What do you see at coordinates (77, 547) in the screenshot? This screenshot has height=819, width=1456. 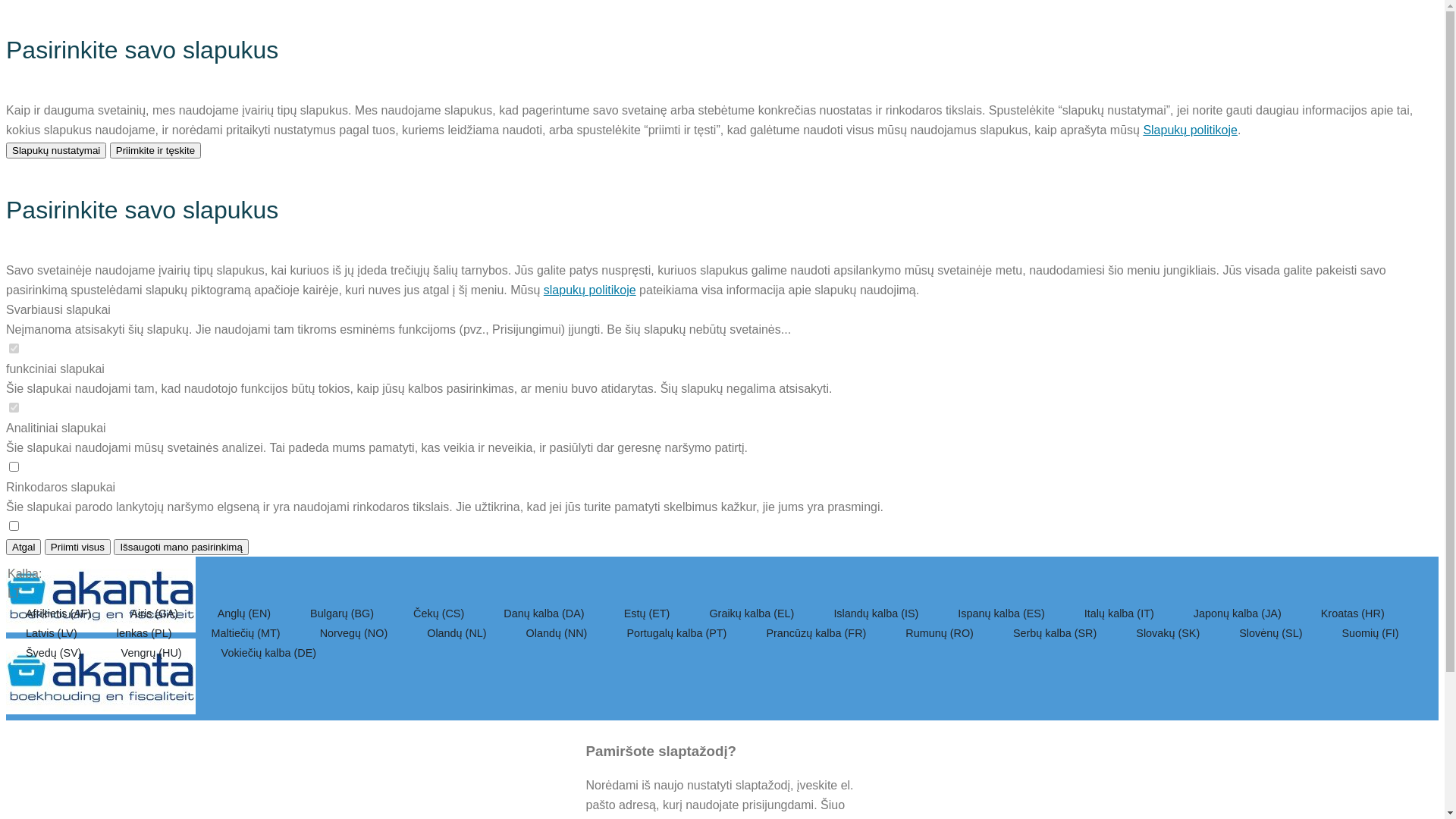 I see `'Priimti visus'` at bounding box center [77, 547].